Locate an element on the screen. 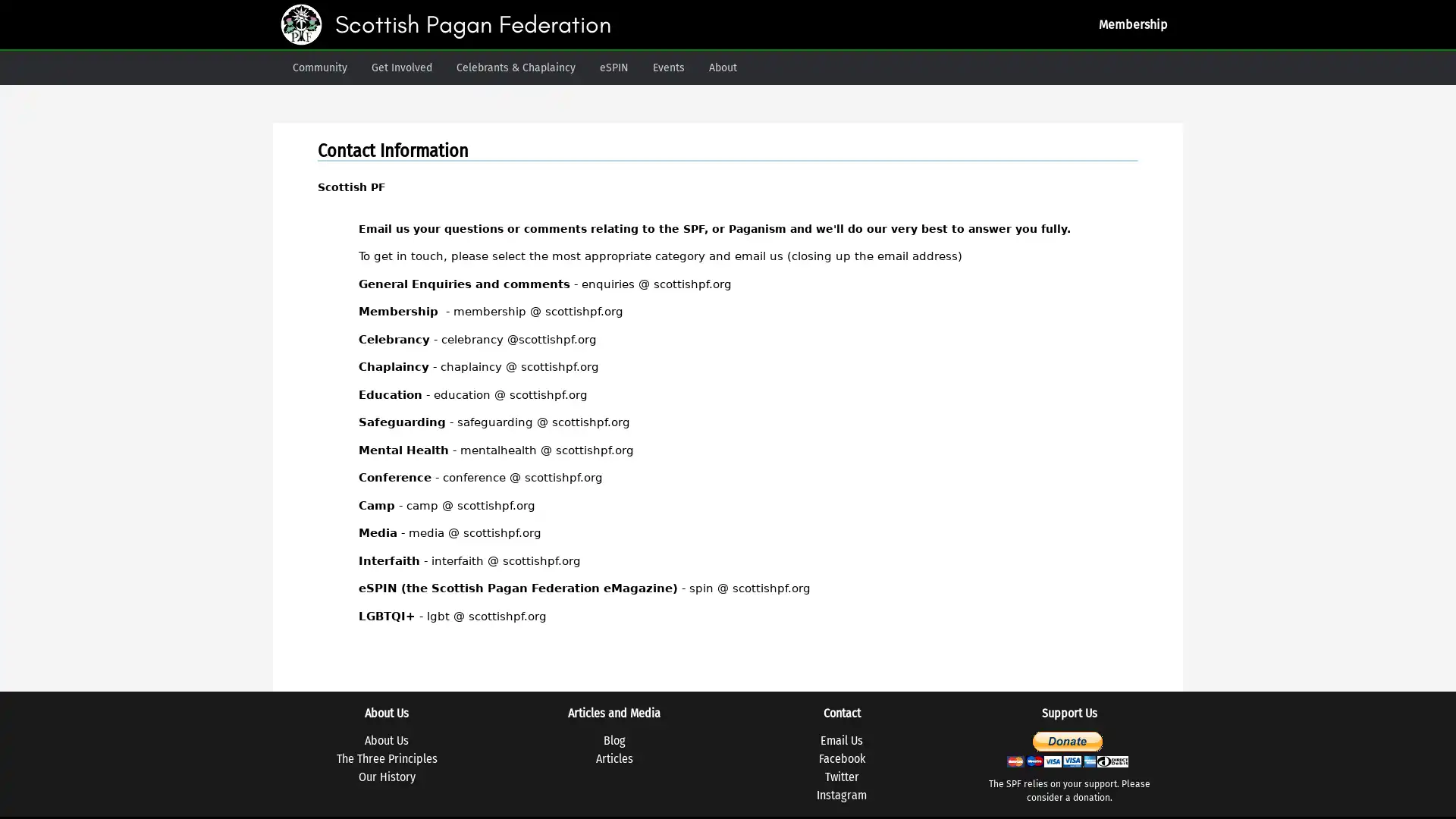 The height and width of the screenshot is (819, 1456). eSPIN is located at coordinates (614, 67).